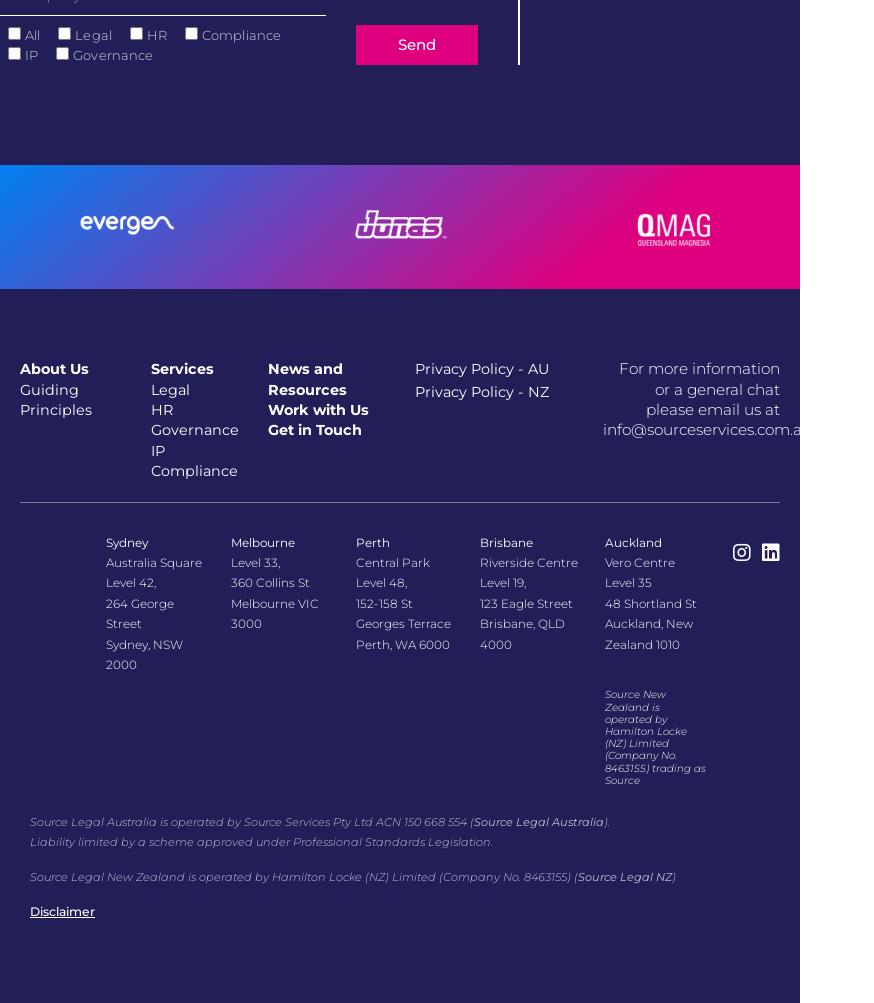  What do you see at coordinates (19, 398) in the screenshot?
I see `'Guiding Principles'` at bounding box center [19, 398].